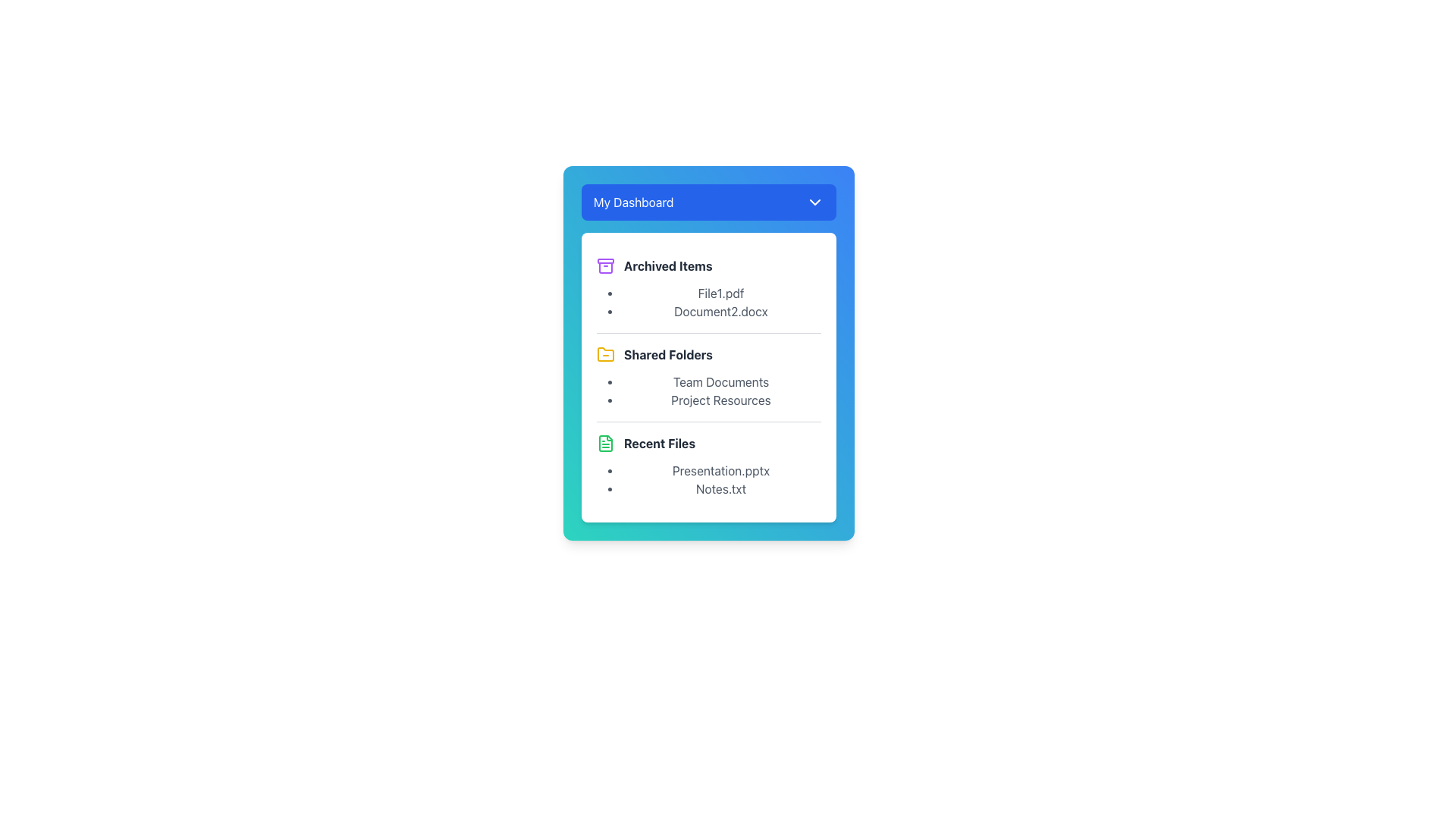  I want to click on the first bulleted list representing 'Archived Items' in the interface, so click(708, 302).